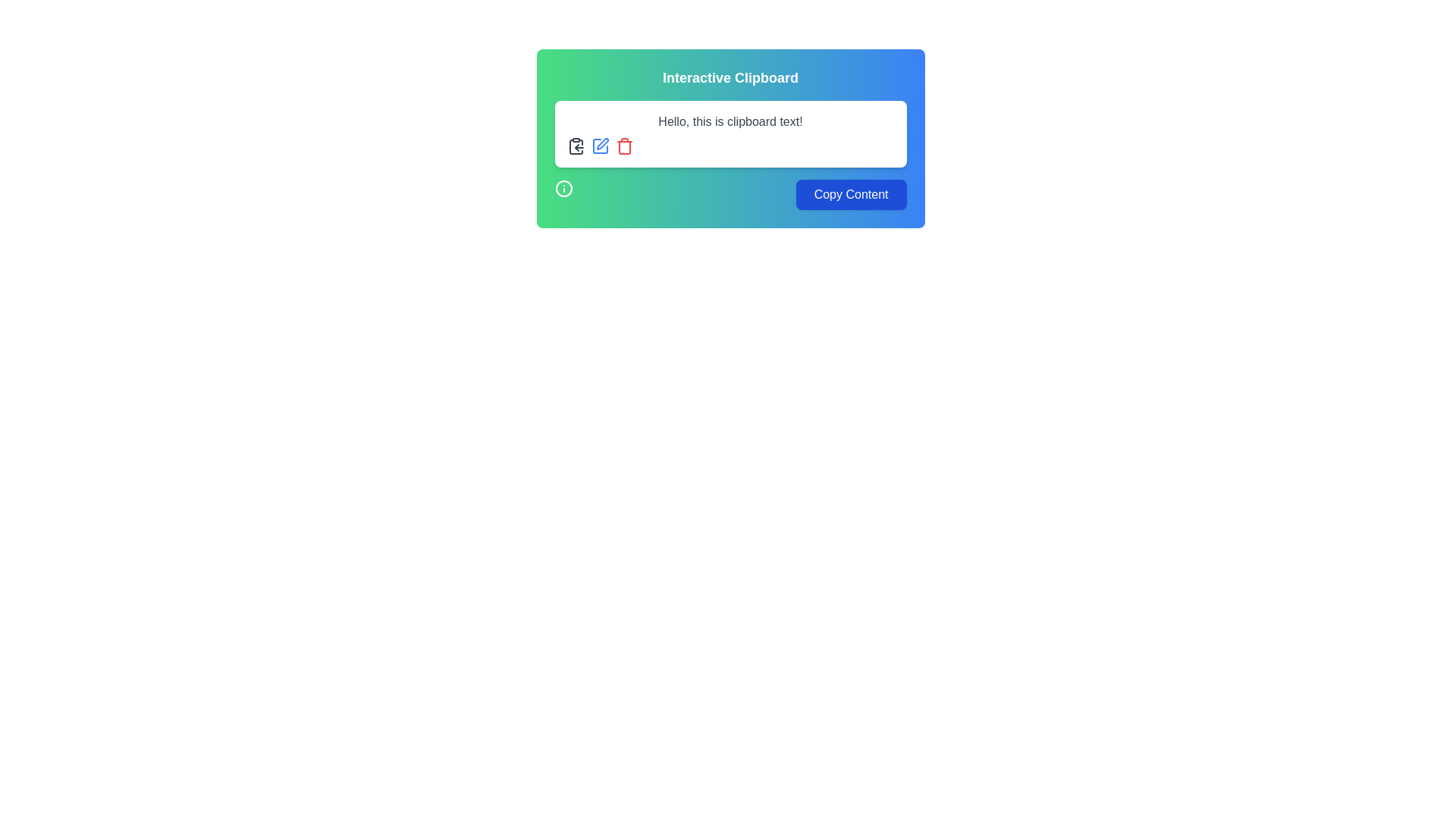 This screenshot has height=819, width=1456. Describe the element at coordinates (851, 194) in the screenshot. I see `the 'Copy Content' button, which has a blue background and white text` at that location.